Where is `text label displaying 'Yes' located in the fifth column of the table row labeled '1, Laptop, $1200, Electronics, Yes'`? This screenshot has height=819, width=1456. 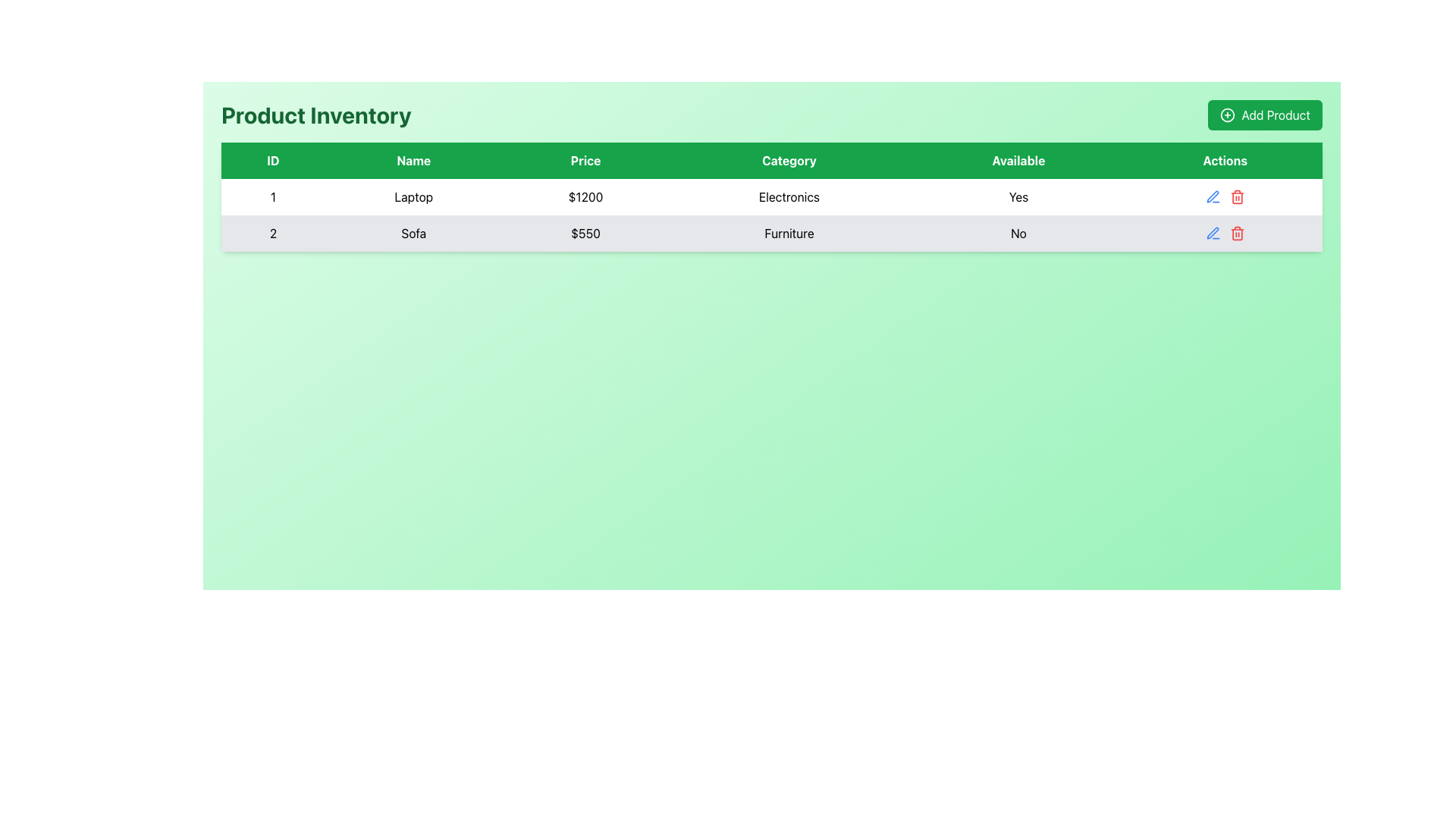
text label displaying 'Yes' located in the fifth column of the table row labeled '1, Laptop, $1200, Electronics, Yes' is located at coordinates (1018, 196).